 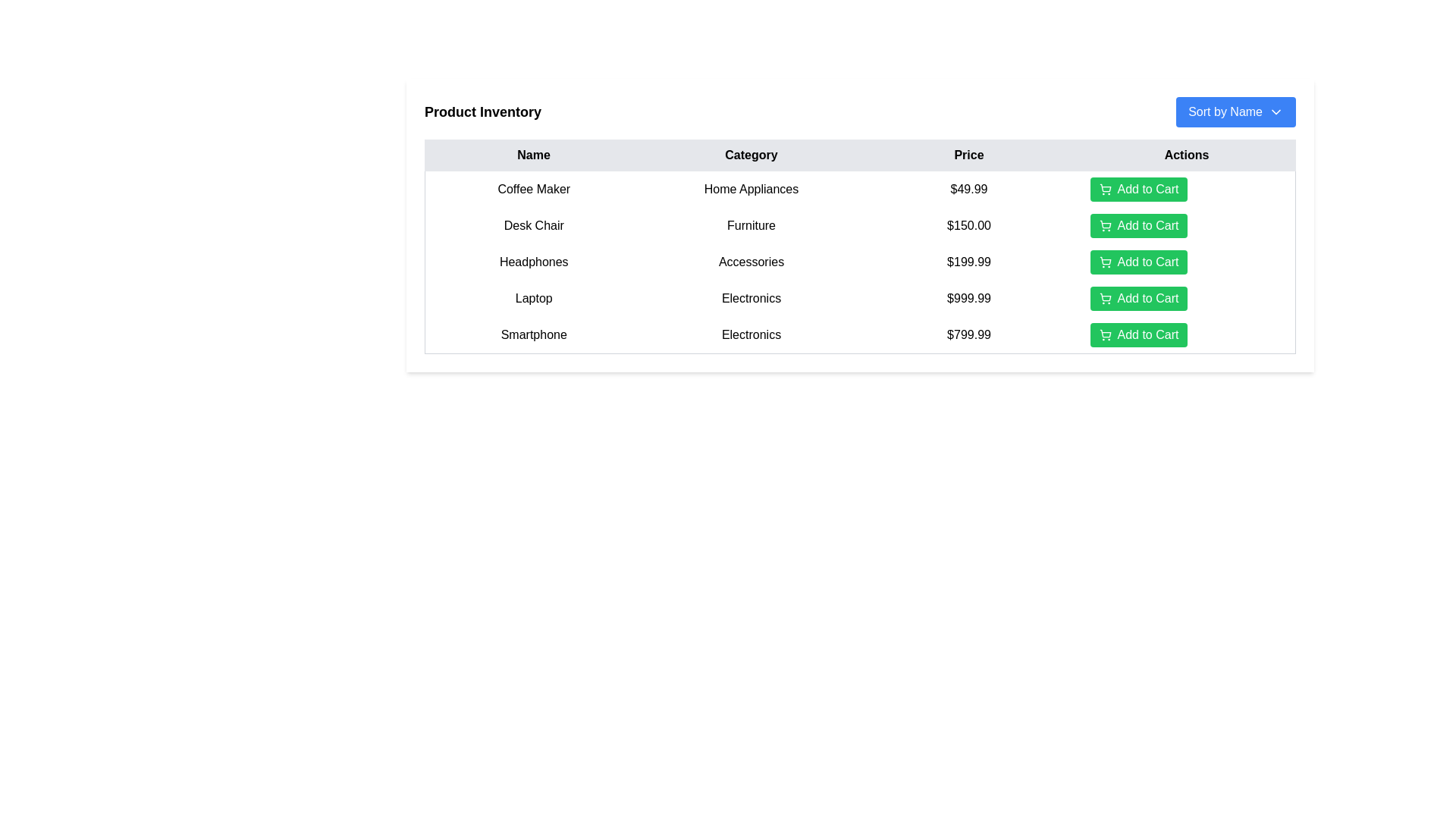 I want to click on the 'Add to Cart' icon located on the left side of the 'Add to Cart' button for the first item in the 'Actions' column of the table, so click(x=1105, y=189).